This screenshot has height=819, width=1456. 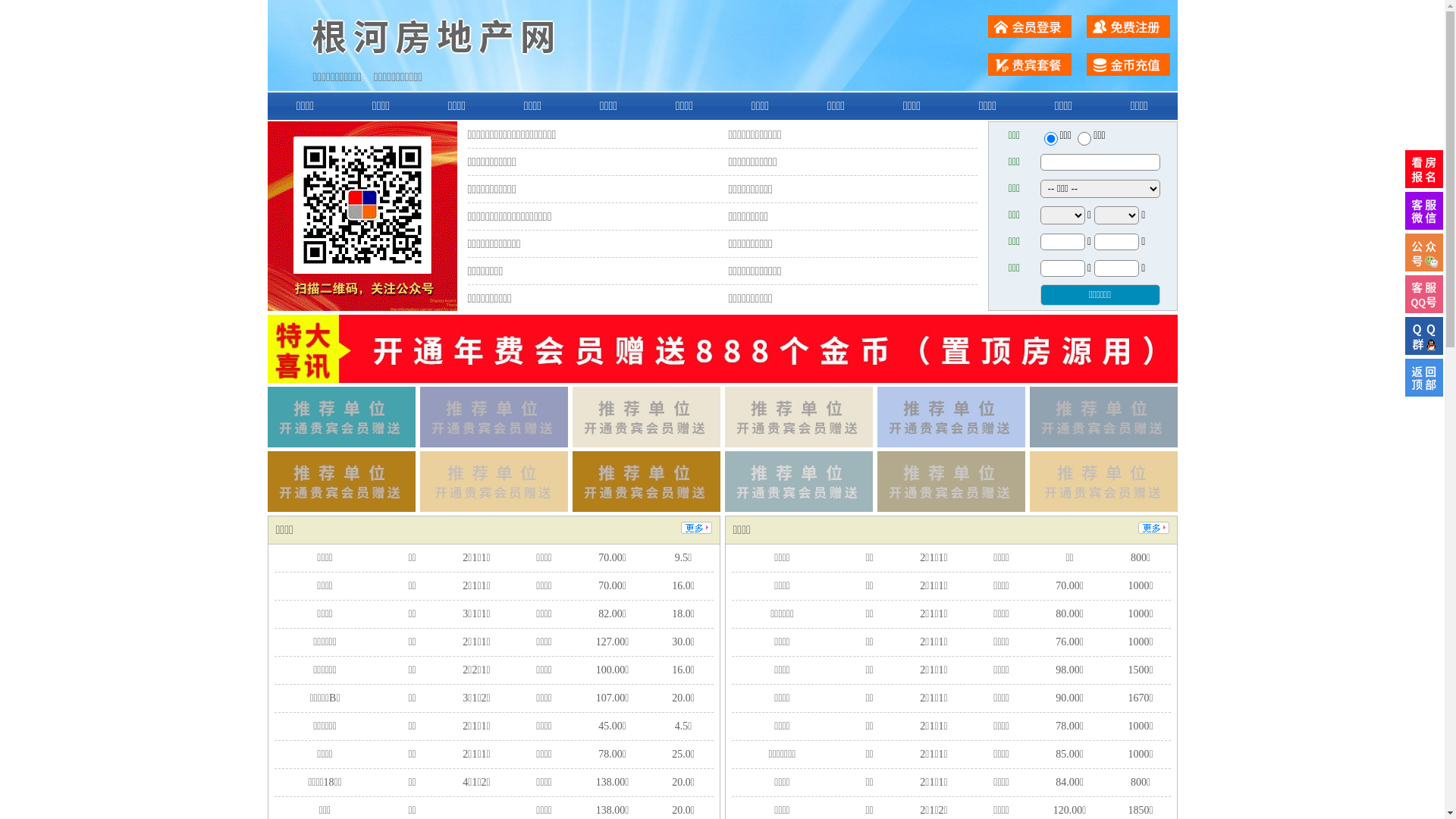 I want to click on 'ershou', so click(x=1050, y=138).